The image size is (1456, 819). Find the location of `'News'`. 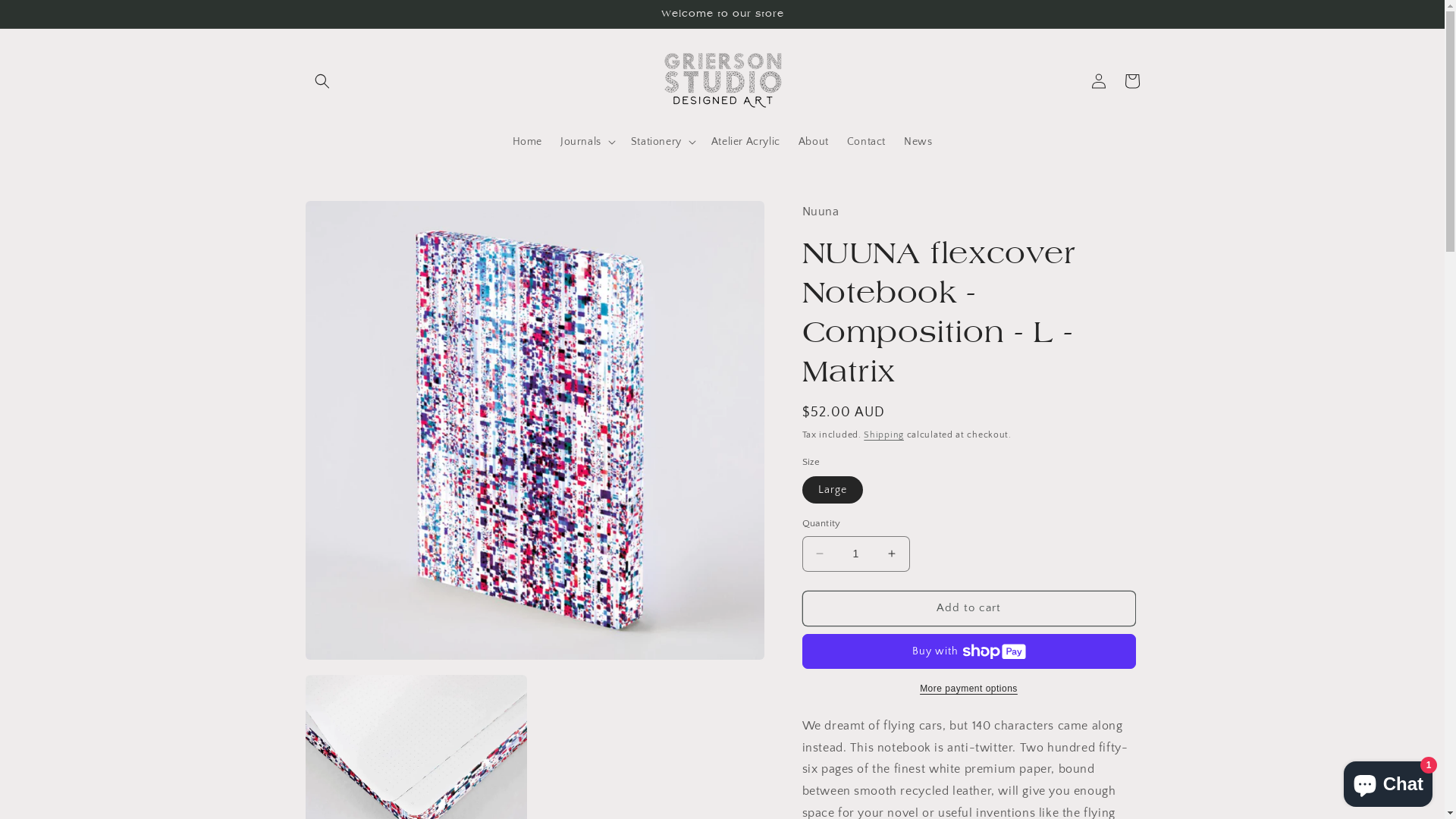

'News' is located at coordinates (895, 141).